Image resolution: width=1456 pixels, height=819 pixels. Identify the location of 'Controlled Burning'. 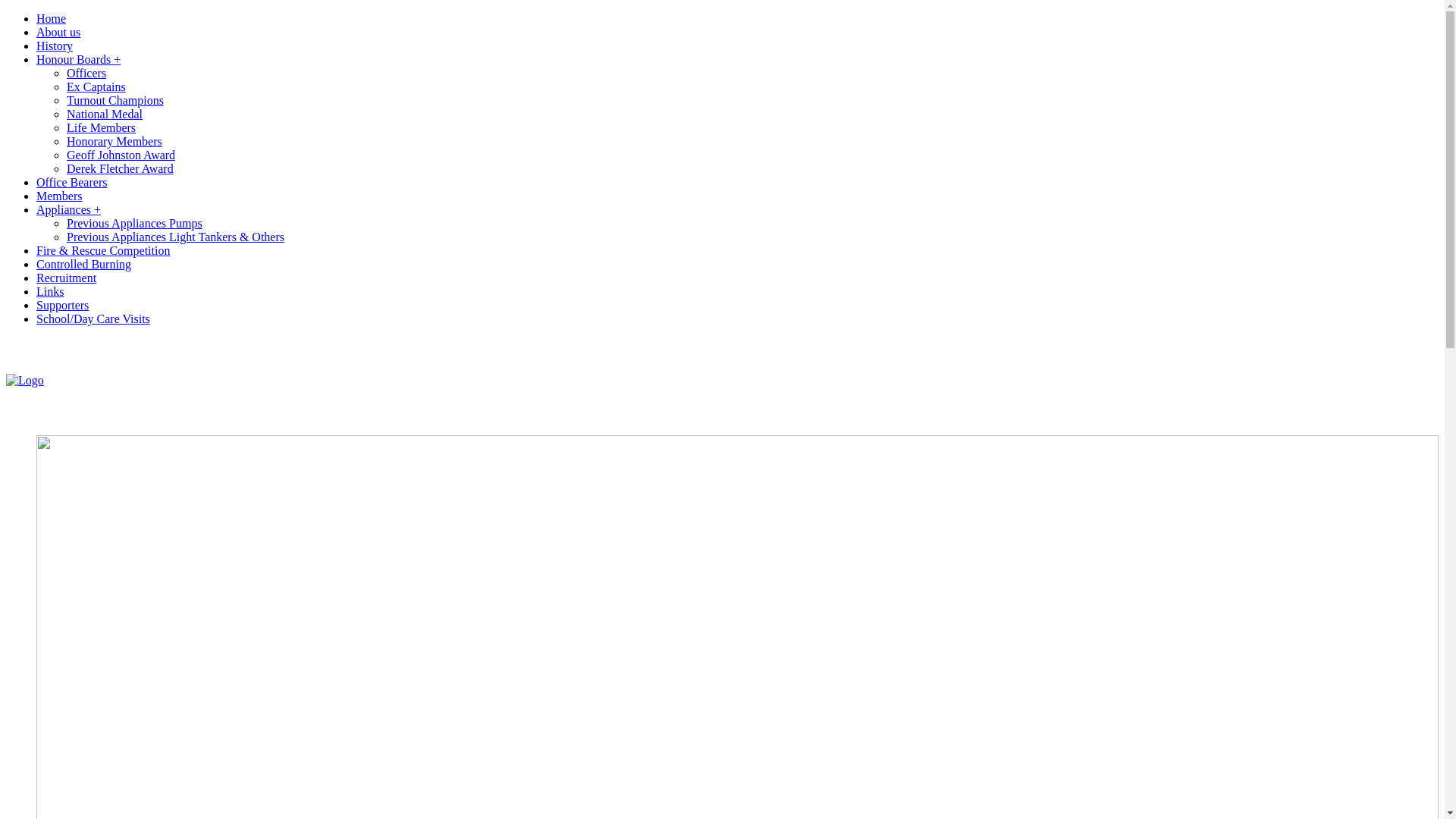
(83, 263).